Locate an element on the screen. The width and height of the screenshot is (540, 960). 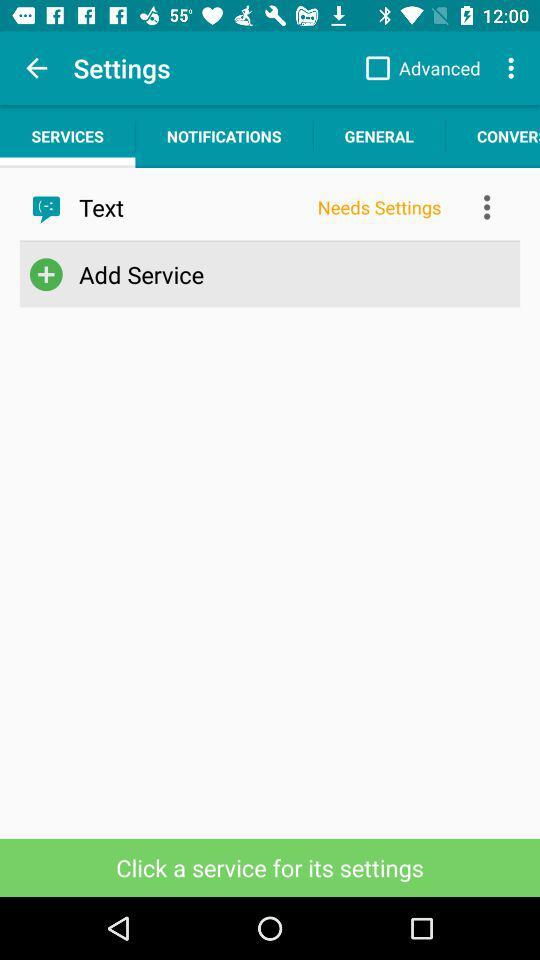
text item is located at coordinates (191, 207).